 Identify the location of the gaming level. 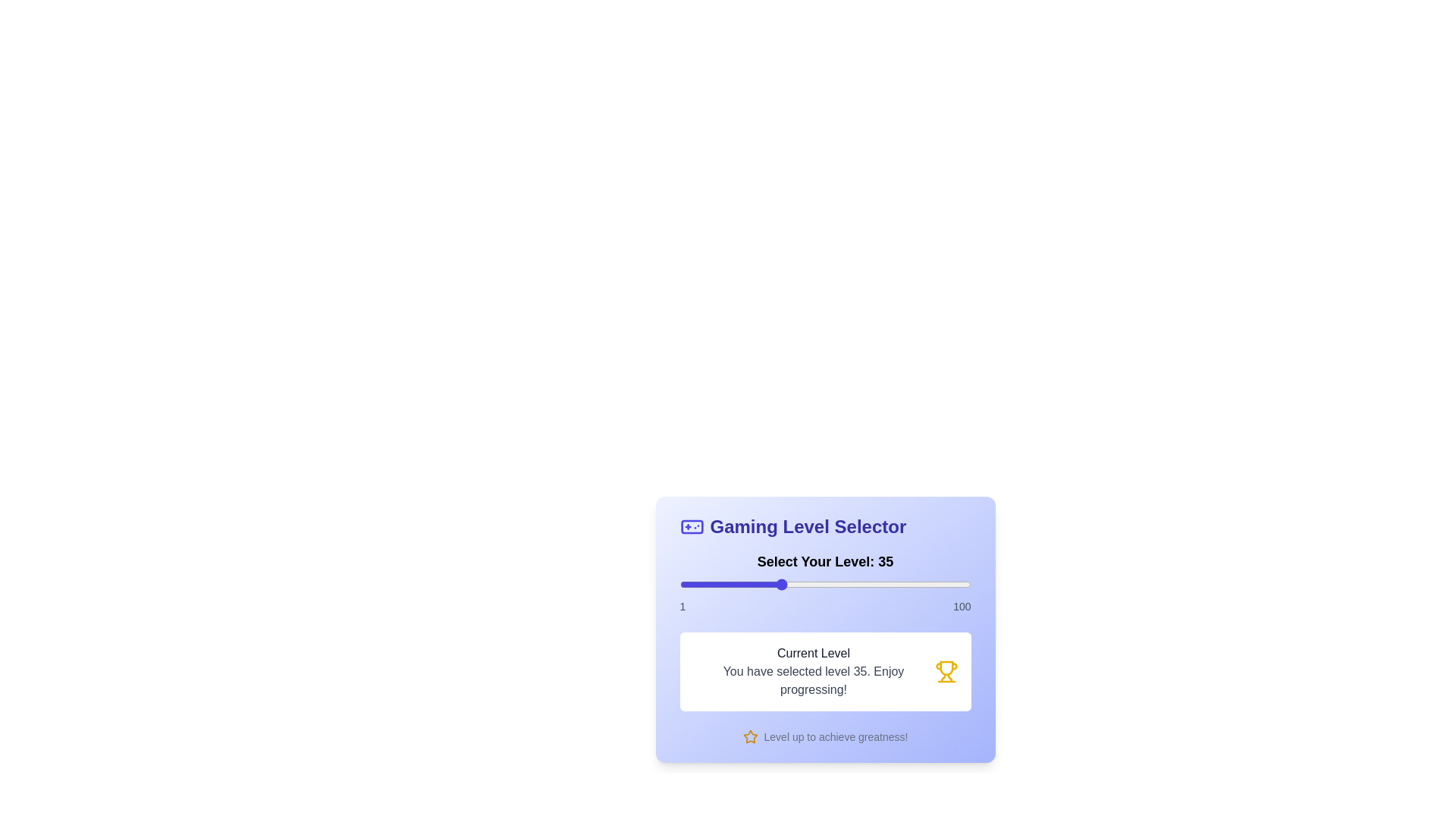
(874, 584).